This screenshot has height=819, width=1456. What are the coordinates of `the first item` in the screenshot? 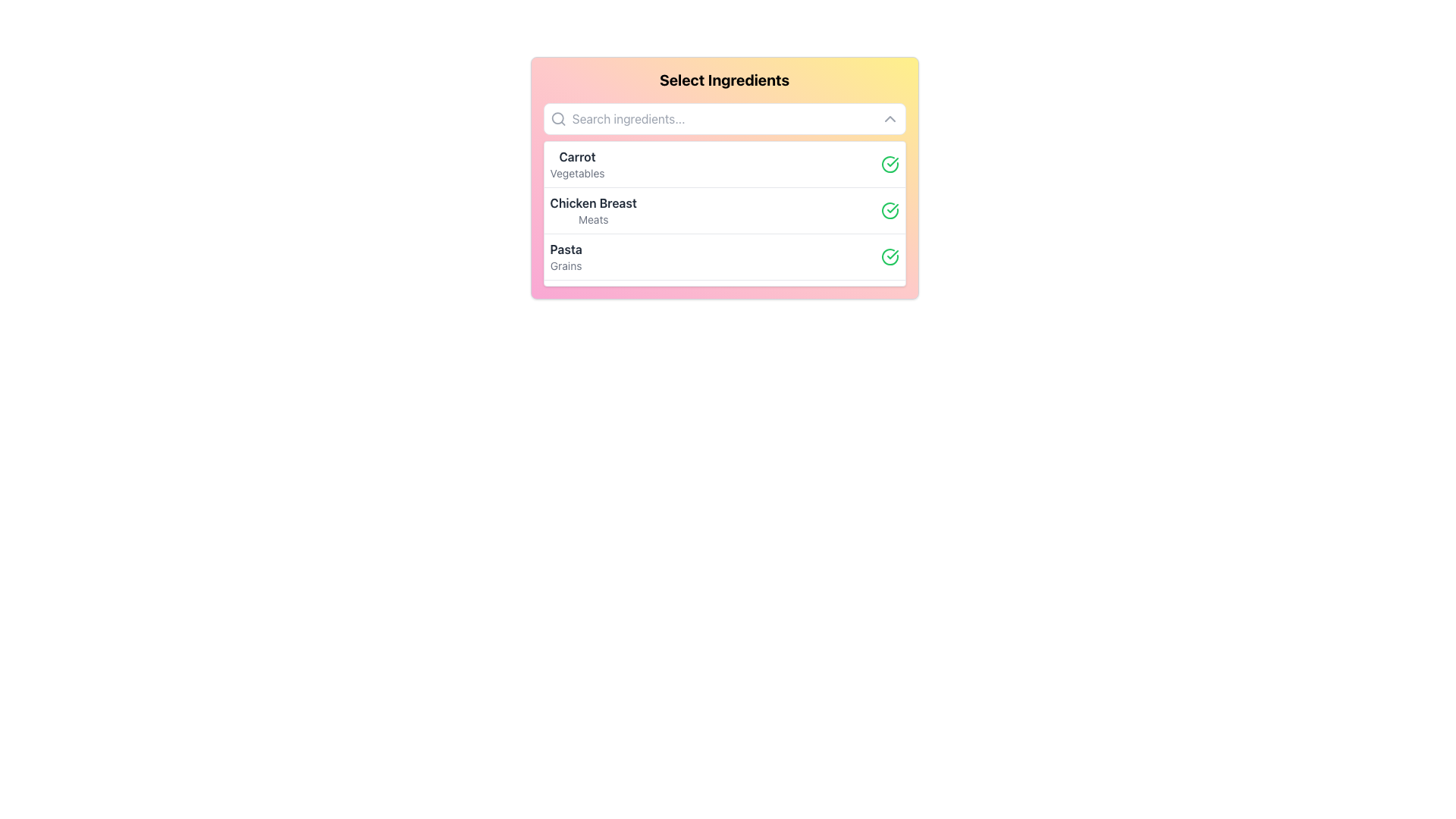 It's located at (723, 165).